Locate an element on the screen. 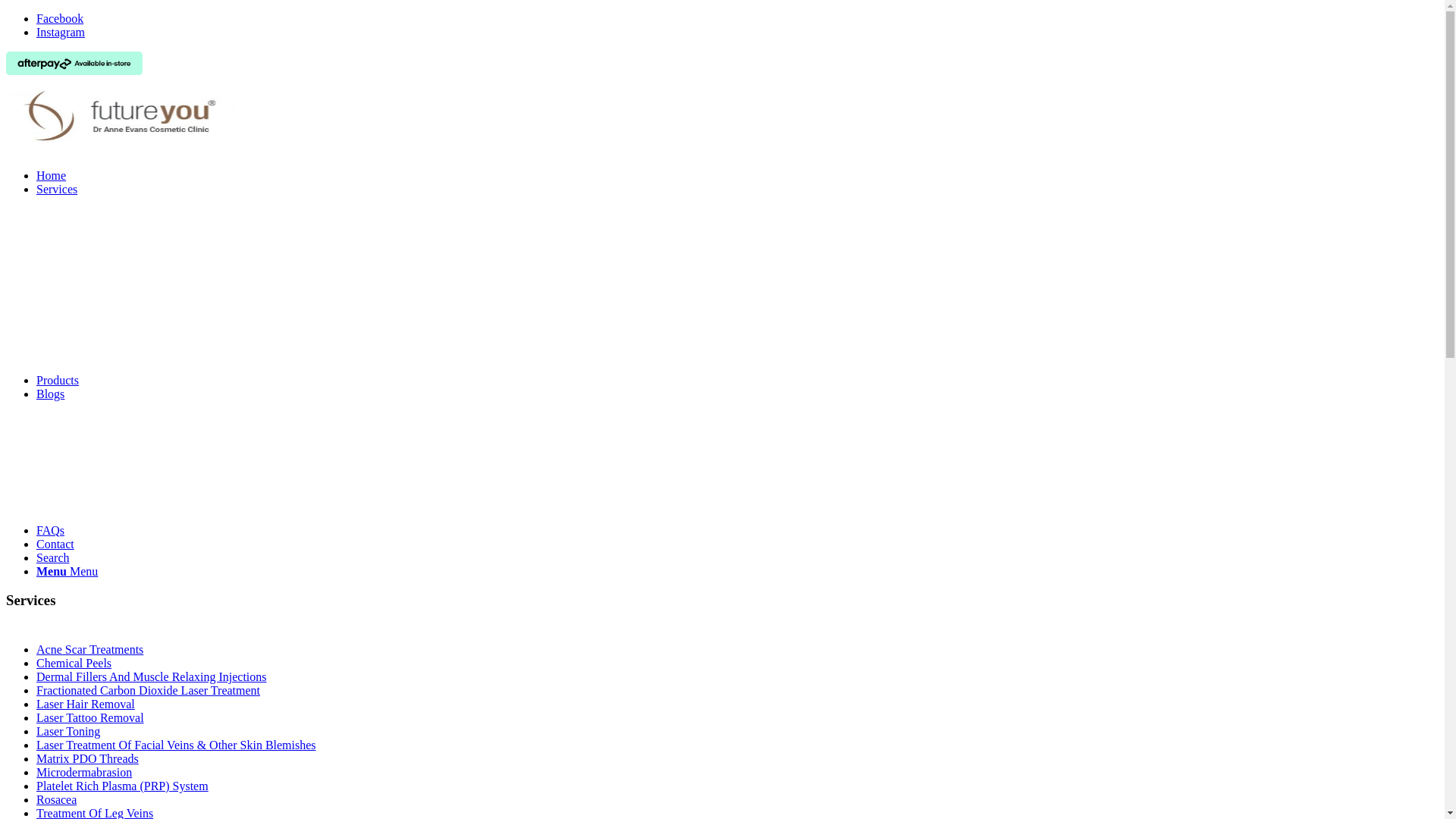 This screenshot has height=819, width=1456. 'Microdermabrasion' is located at coordinates (36, 772).